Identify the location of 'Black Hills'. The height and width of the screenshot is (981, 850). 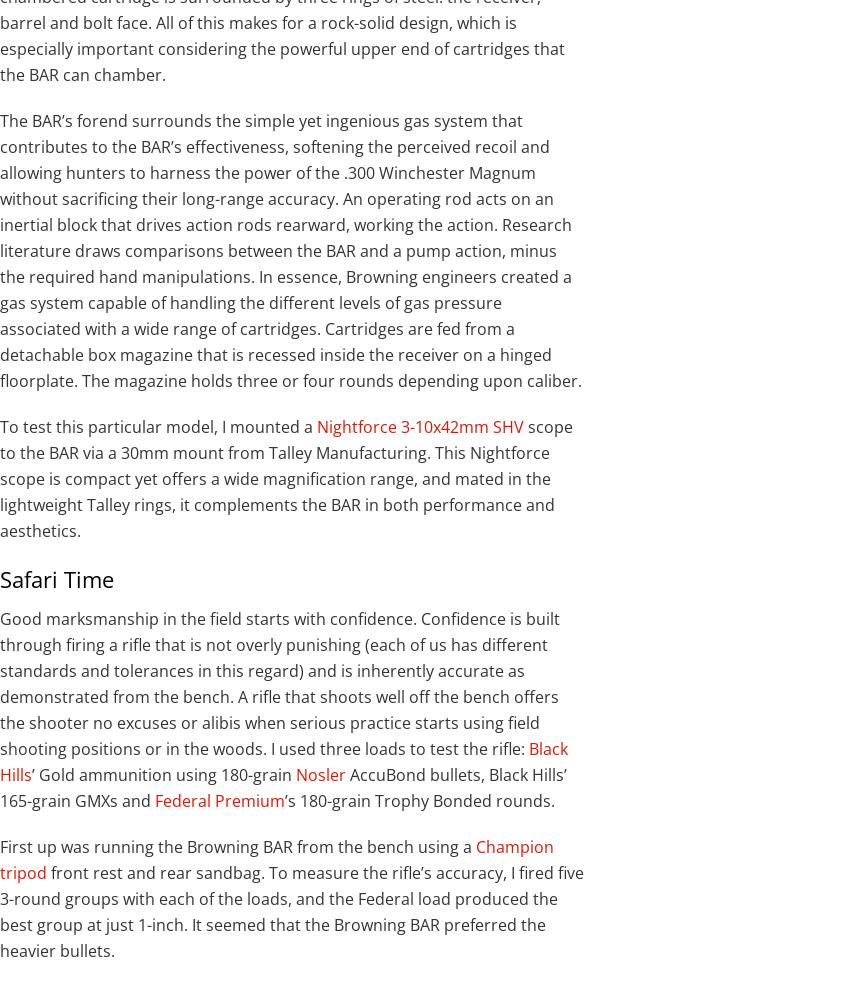
(282, 762).